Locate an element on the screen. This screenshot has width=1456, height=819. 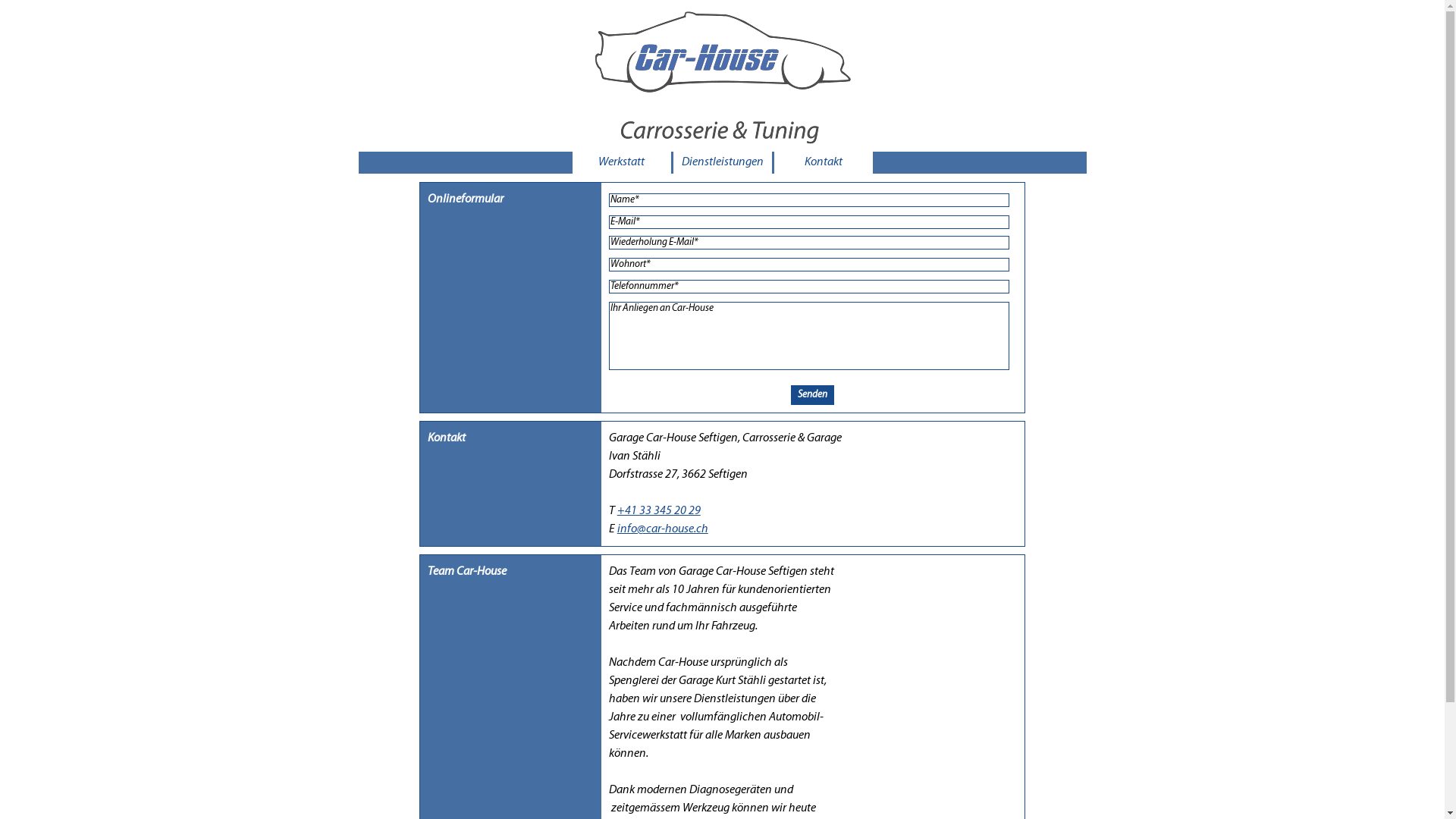
'+41 33 345 20 29' is located at coordinates (658, 511).